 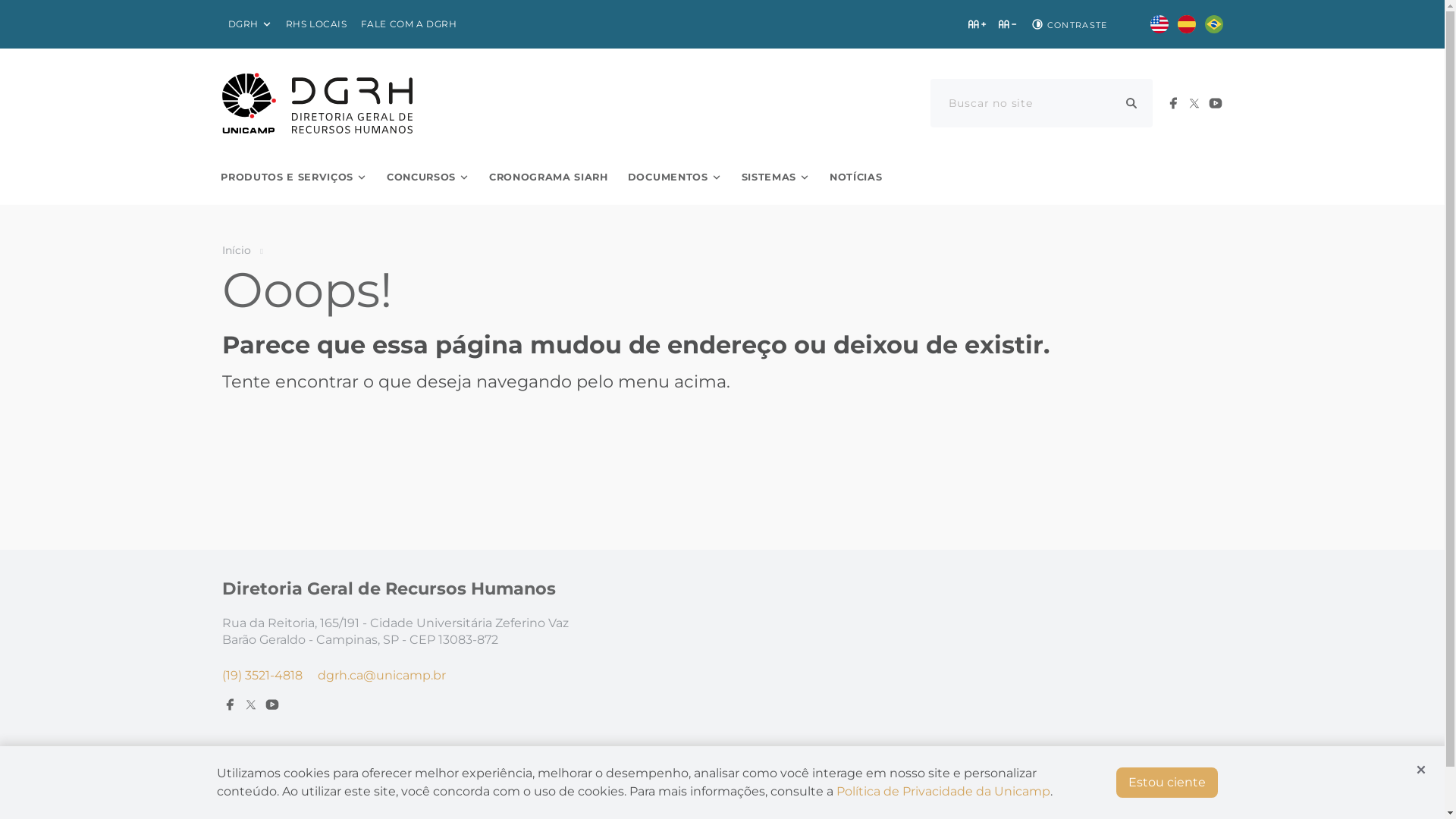 What do you see at coordinates (262, 674) in the screenshot?
I see `'(19) 3521-4818'` at bounding box center [262, 674].